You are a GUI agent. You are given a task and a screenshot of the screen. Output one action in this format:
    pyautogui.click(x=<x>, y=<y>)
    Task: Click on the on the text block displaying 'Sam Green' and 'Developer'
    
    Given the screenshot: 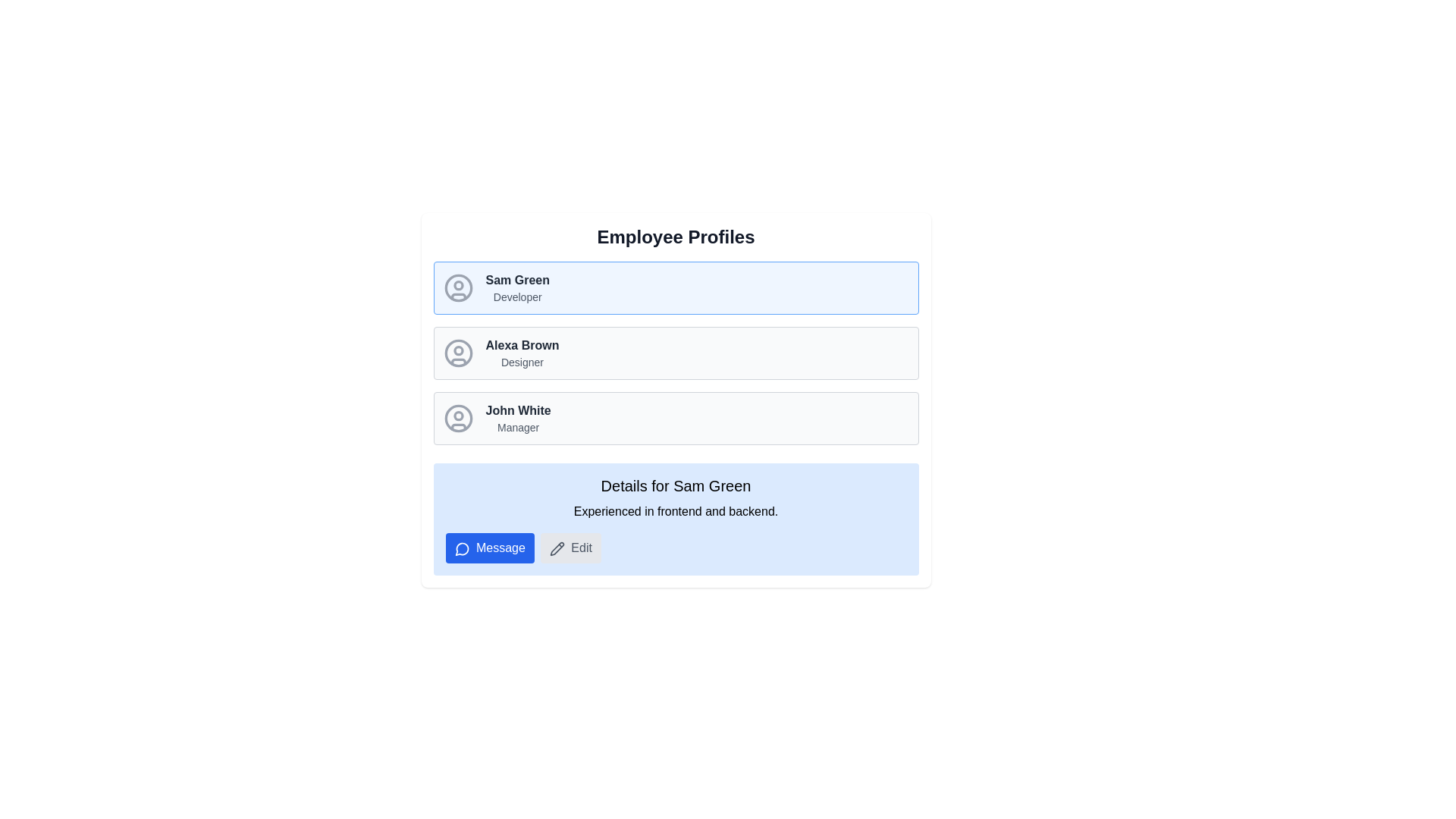 What is the action you would take?
    pyautogui.click(x=517, y=288)
    